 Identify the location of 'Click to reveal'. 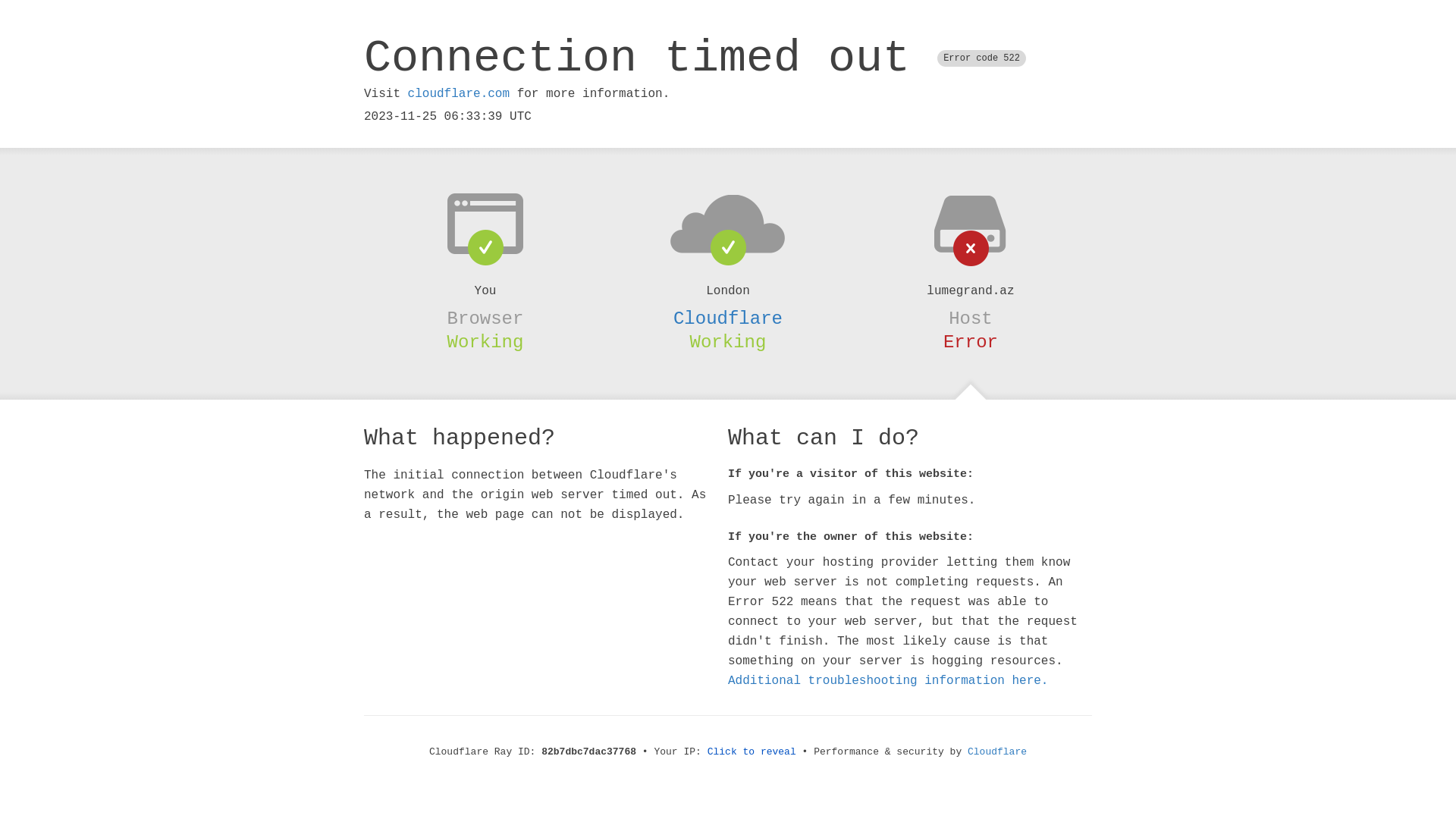
(752, 752).